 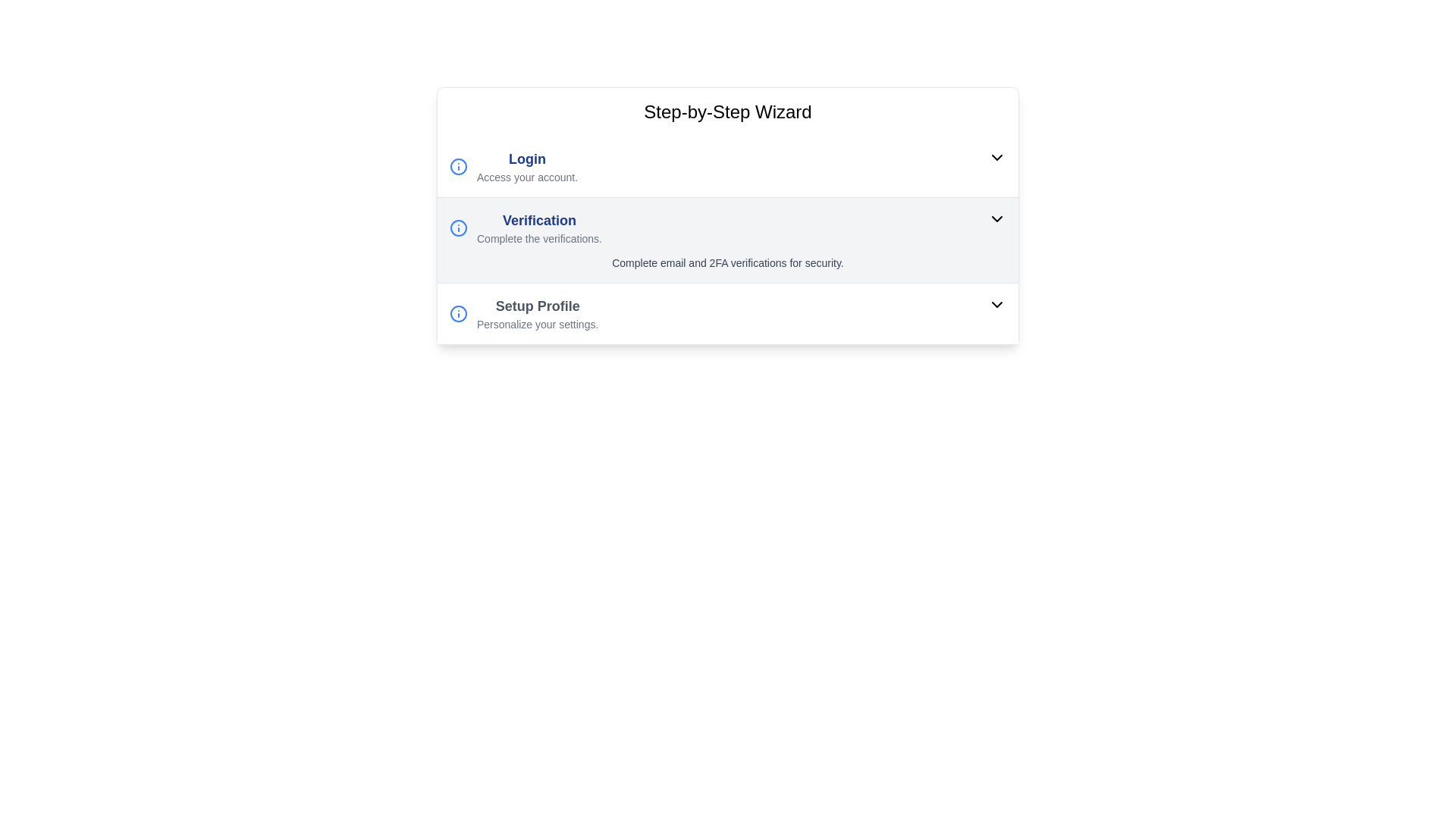 What do you see at coordinates (457, 227) in the screenshot?
I see `the iconographic element that serves as an indicator for the 'Verification' step, located to the left of the text 'Verification' in the second row of the step-by-step wizard interface` at bounding box center [457, 227].